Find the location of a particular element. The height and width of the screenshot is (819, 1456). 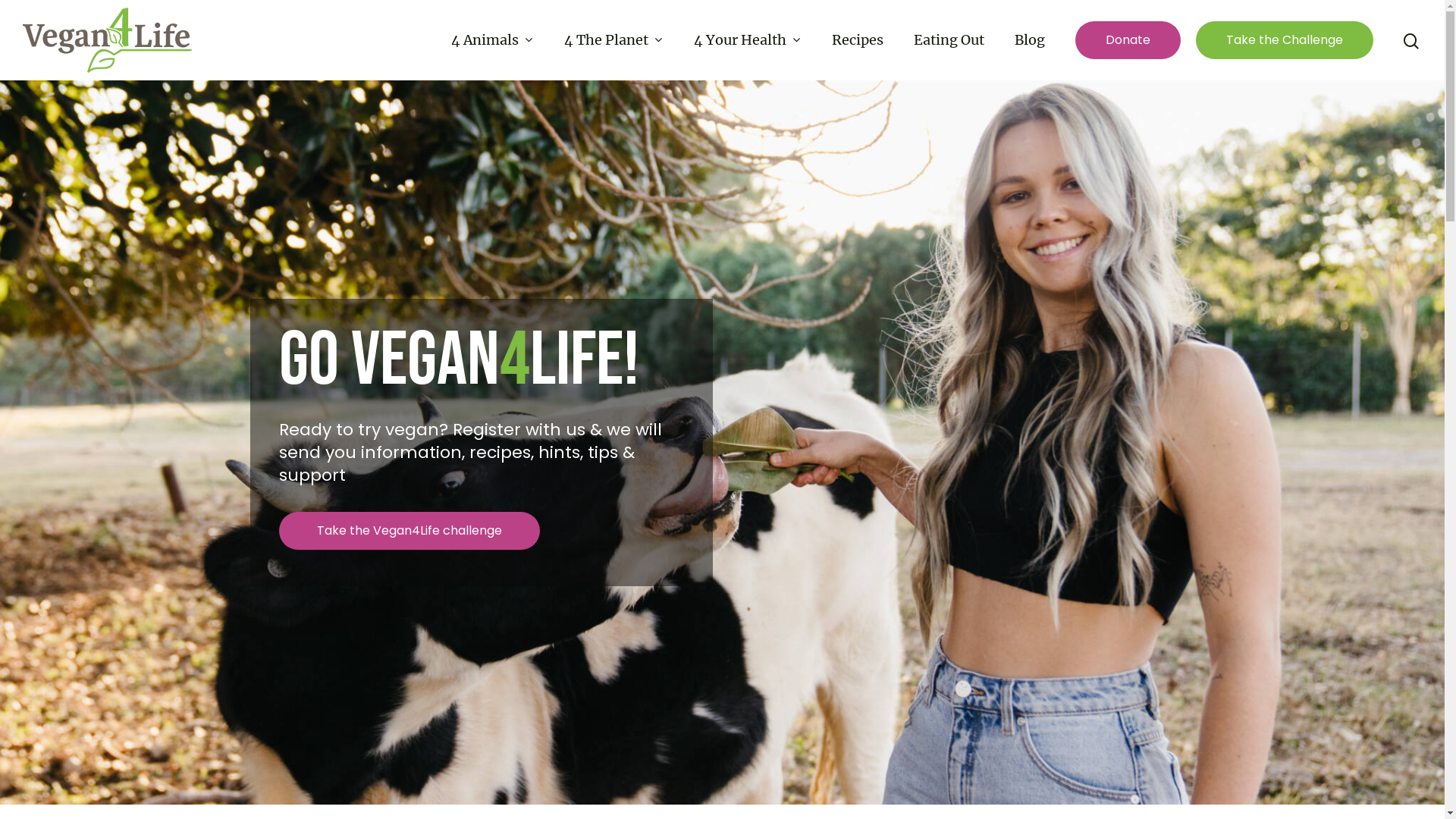

'Eating Out' is located at coordinates (948, 39).